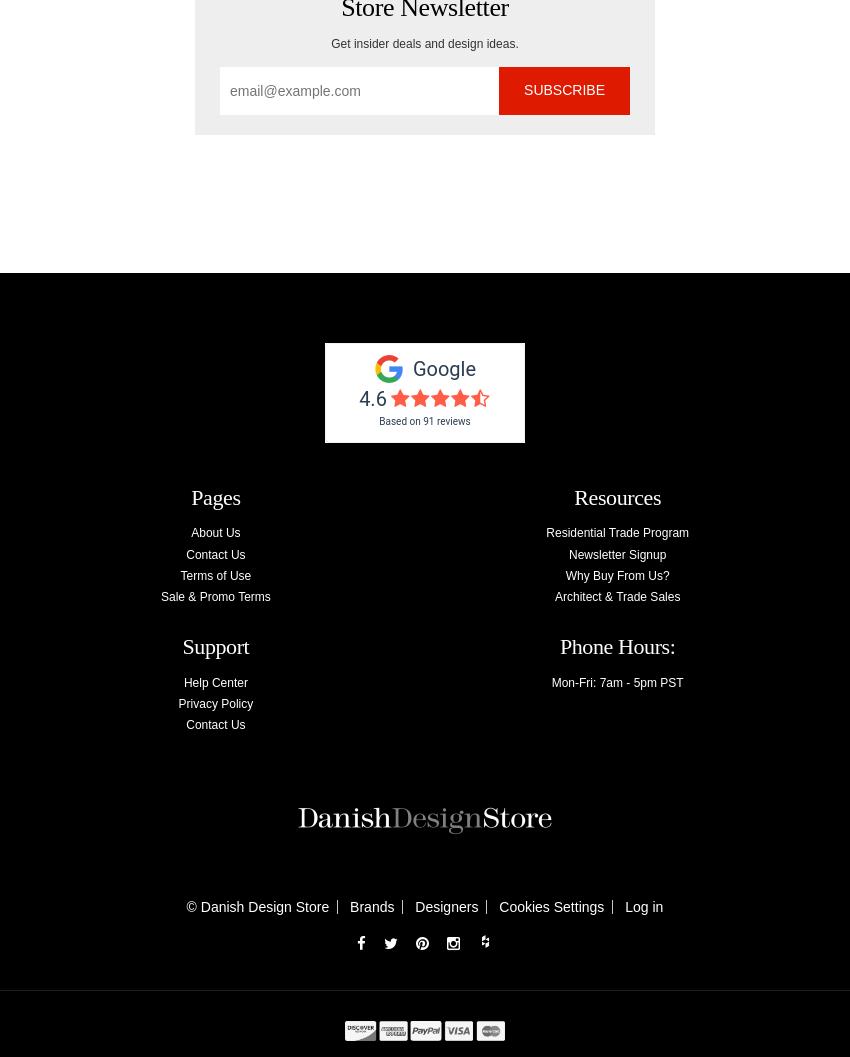 The height and width of the screenshot is (1057, 850). I want to click on 'Cookies Settings', so click(550, 907).